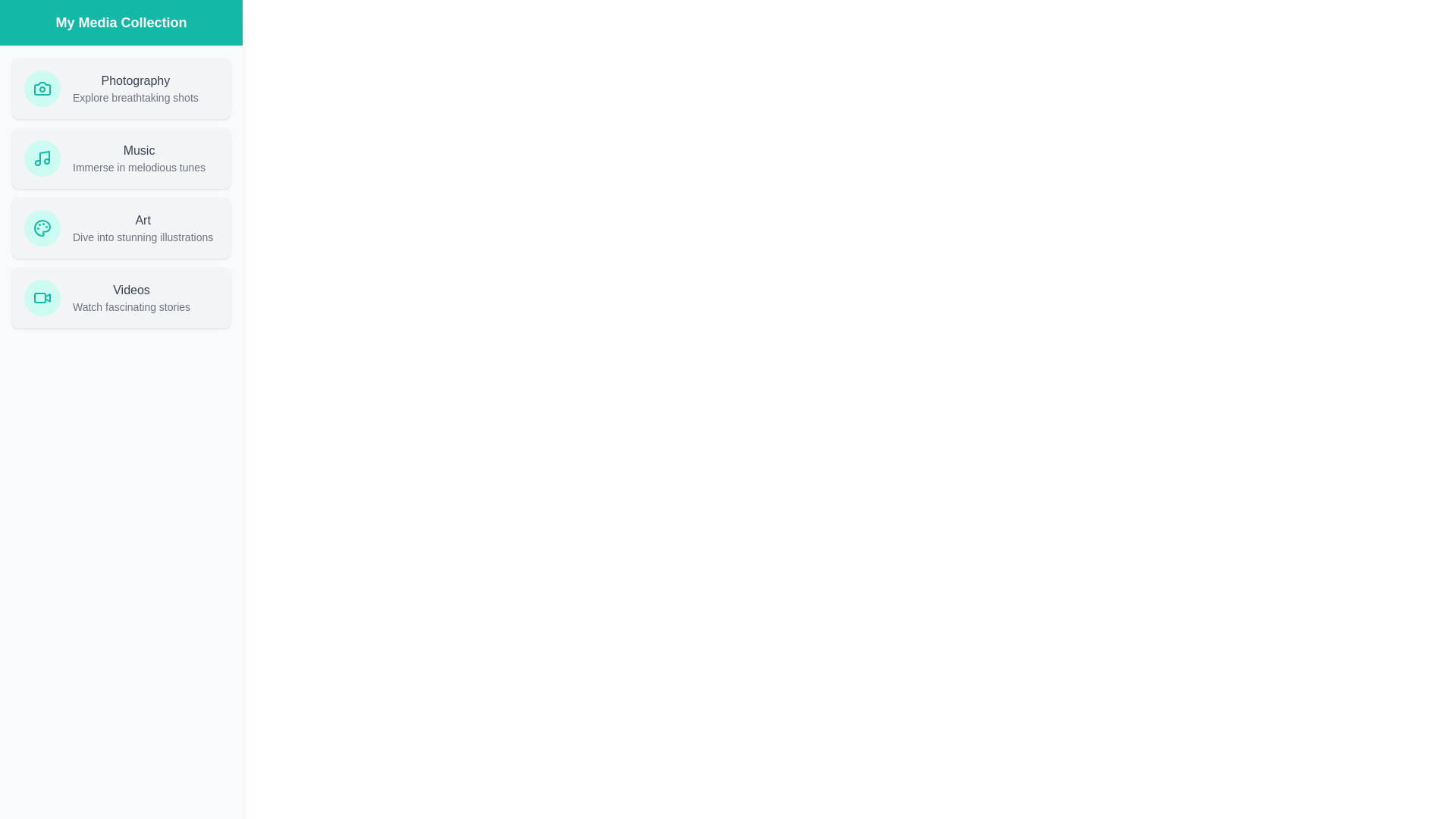 The height and width of the screenshot is (819, 1456). Describe the element at coordinates (120, 158) in the screenshot. I see `the media card representing Music` at that location.